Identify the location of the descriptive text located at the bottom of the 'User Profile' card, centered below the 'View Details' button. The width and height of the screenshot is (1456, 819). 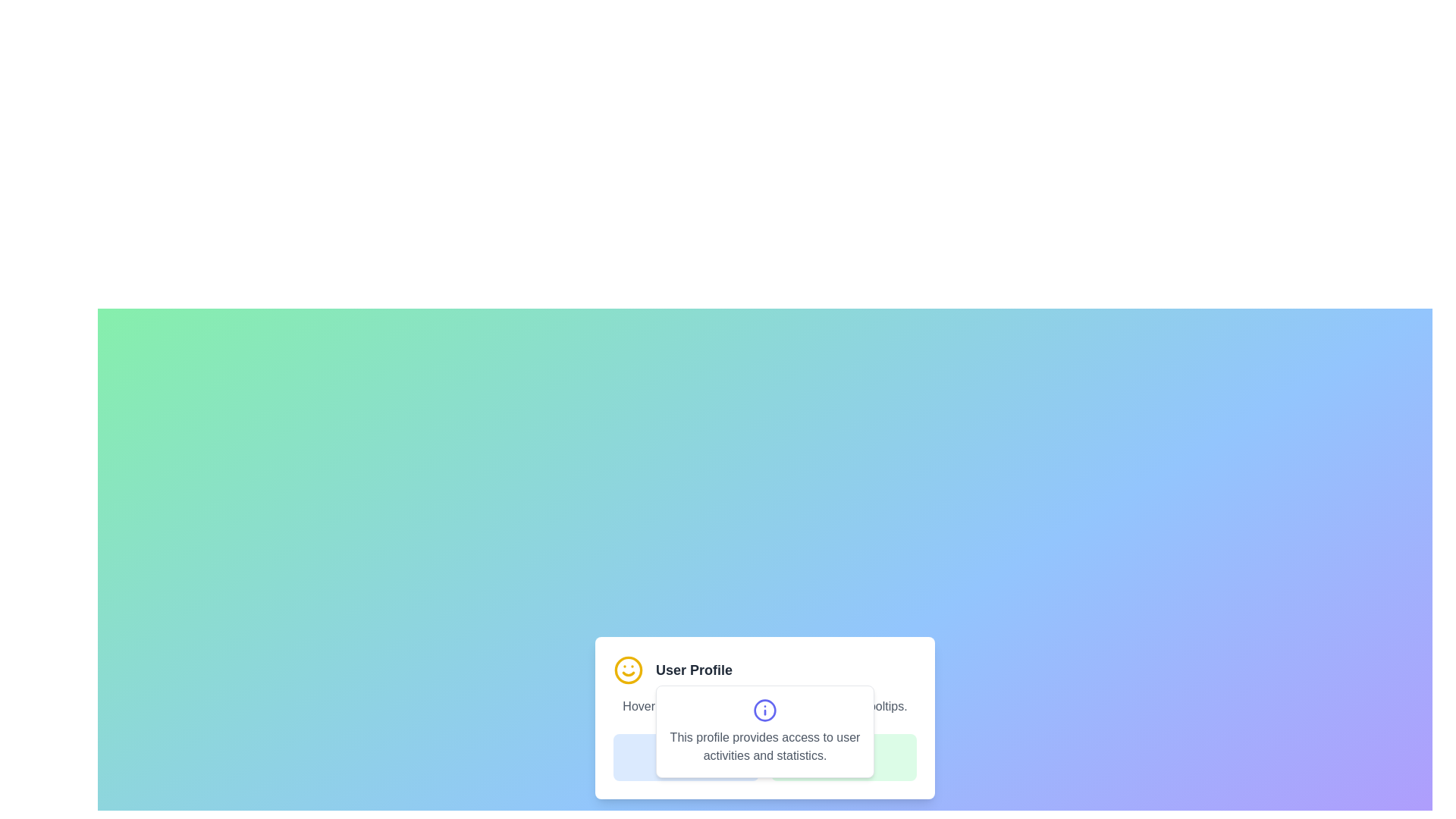
(764, 758).